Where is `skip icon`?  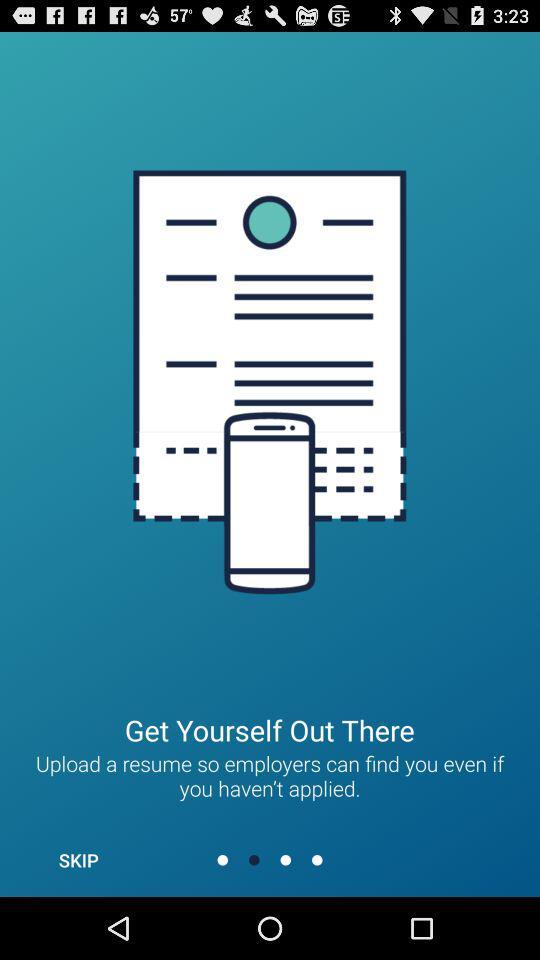 skip icon is located at coordinates (77, 859).